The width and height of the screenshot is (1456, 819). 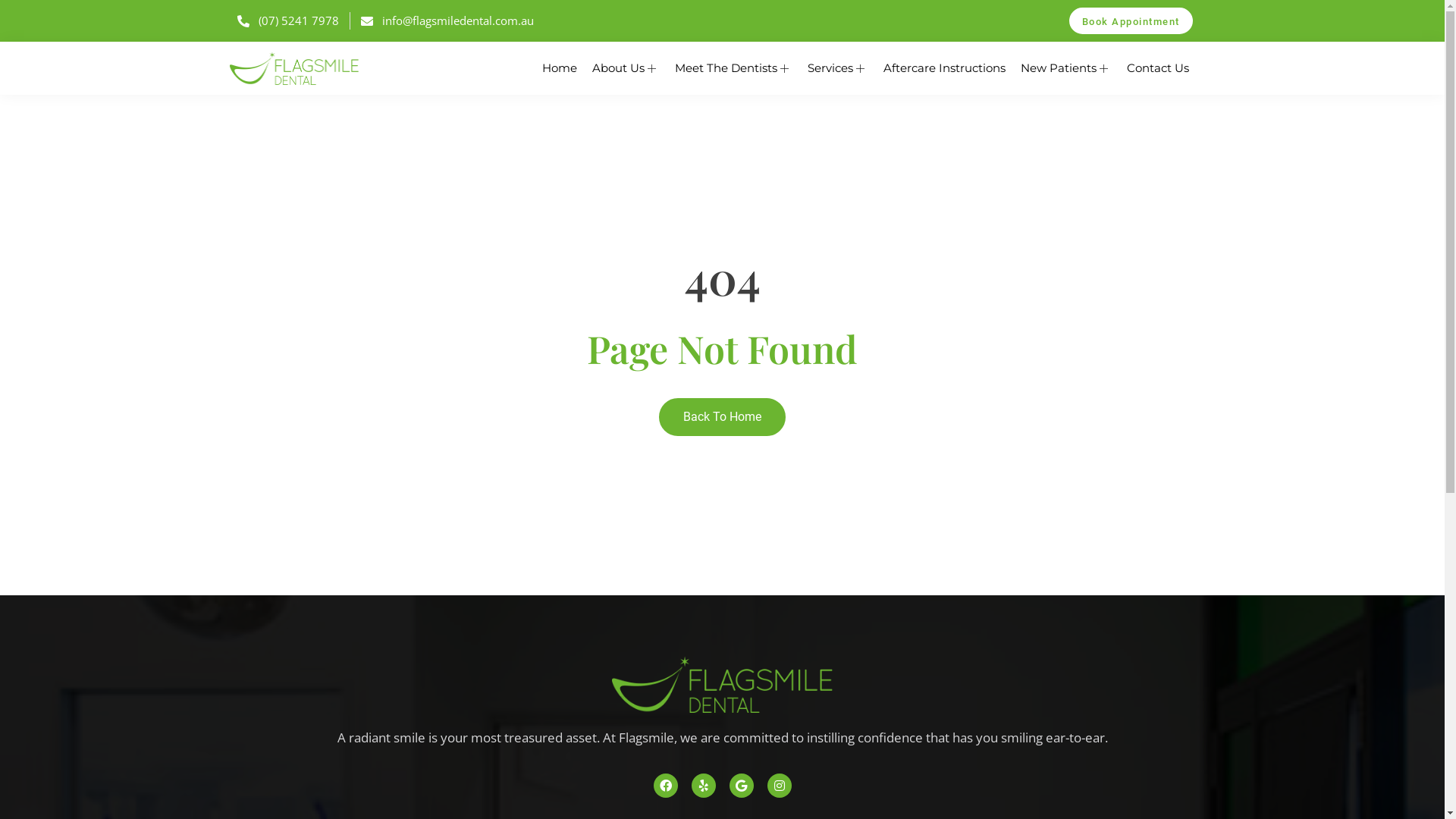 I want to click on 'Services', so click(x=836, y=67).